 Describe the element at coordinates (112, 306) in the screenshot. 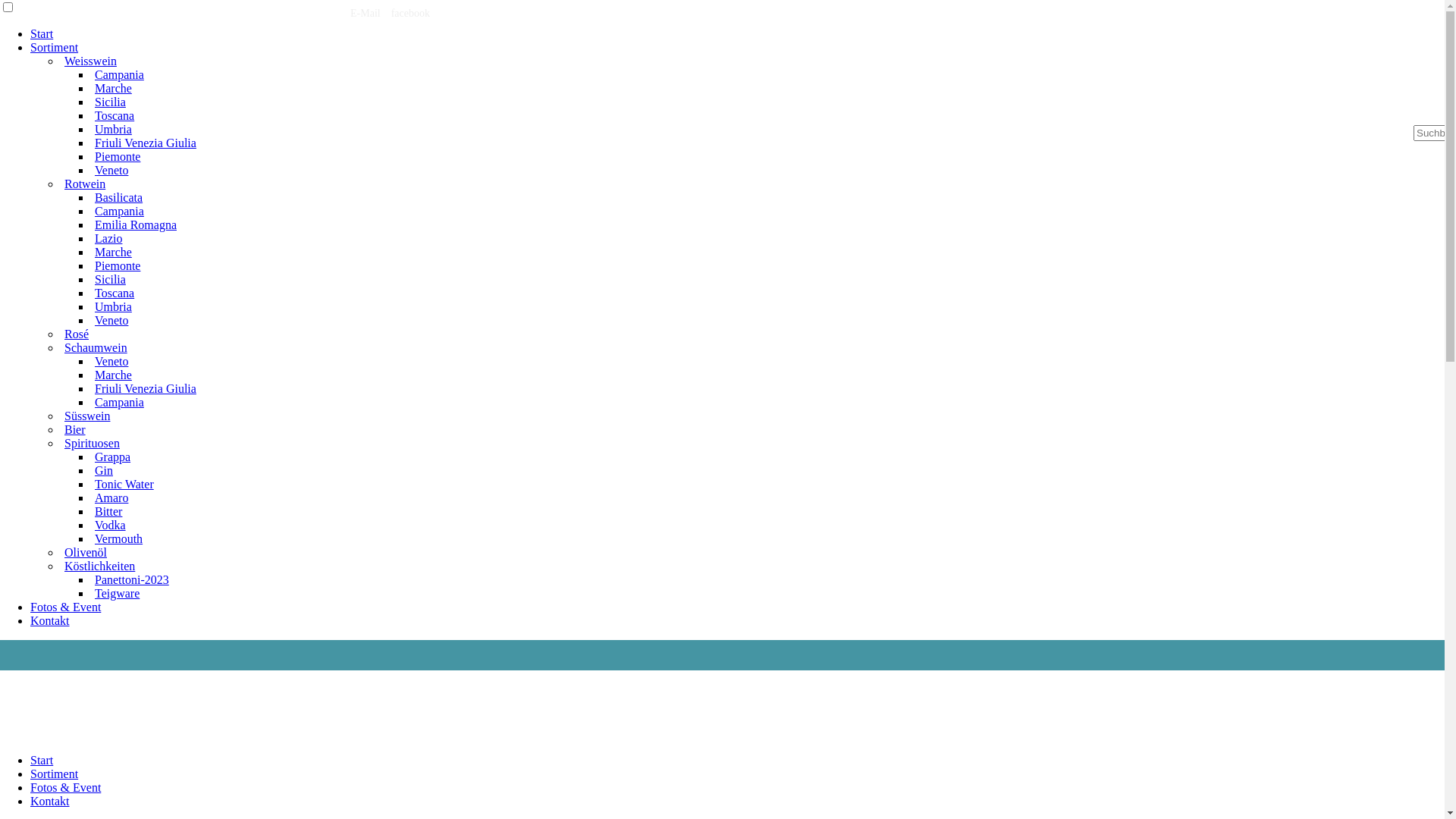

I see `'Umbria'` at that location.